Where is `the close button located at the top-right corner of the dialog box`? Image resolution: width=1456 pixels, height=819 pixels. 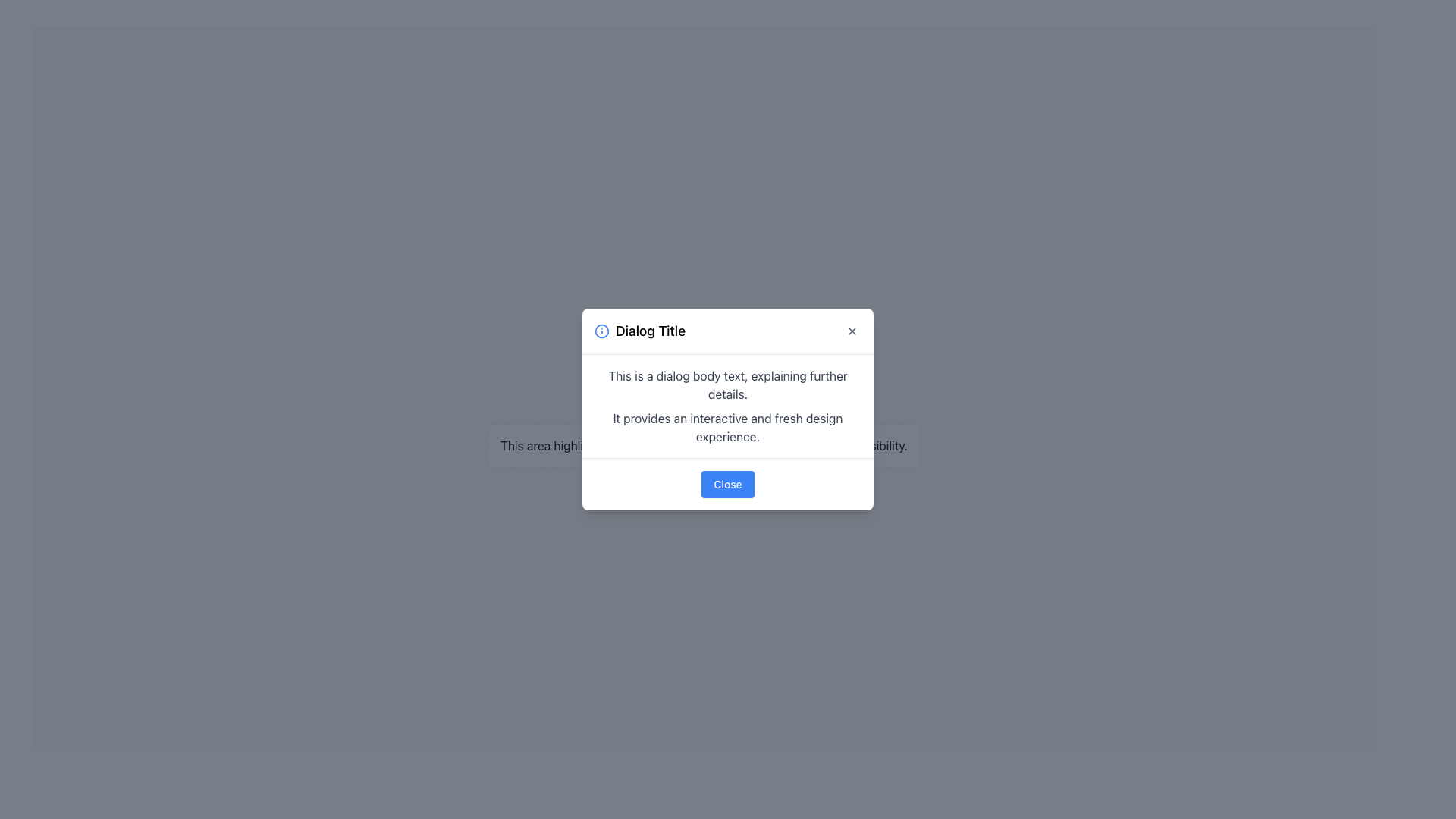 the close button located at the top-right corner of the dialog box is located at coordinates (852, 330).